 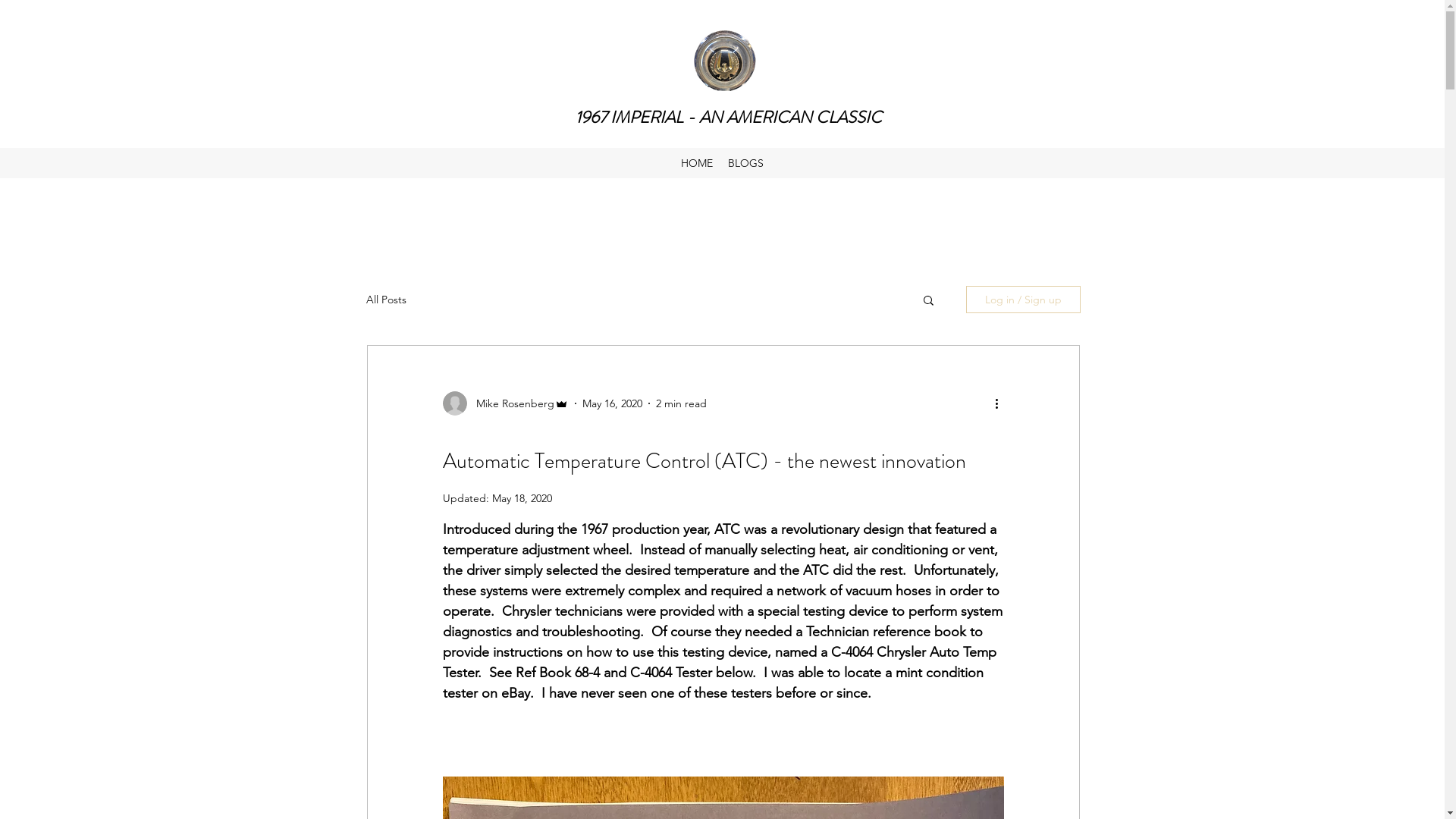 What do you see at coordinates (728, 116) in the screenshot?
I see `'1967 IMPERIAL - AN AMERICAN CLASSIC'` at bounding box center [728, 116].